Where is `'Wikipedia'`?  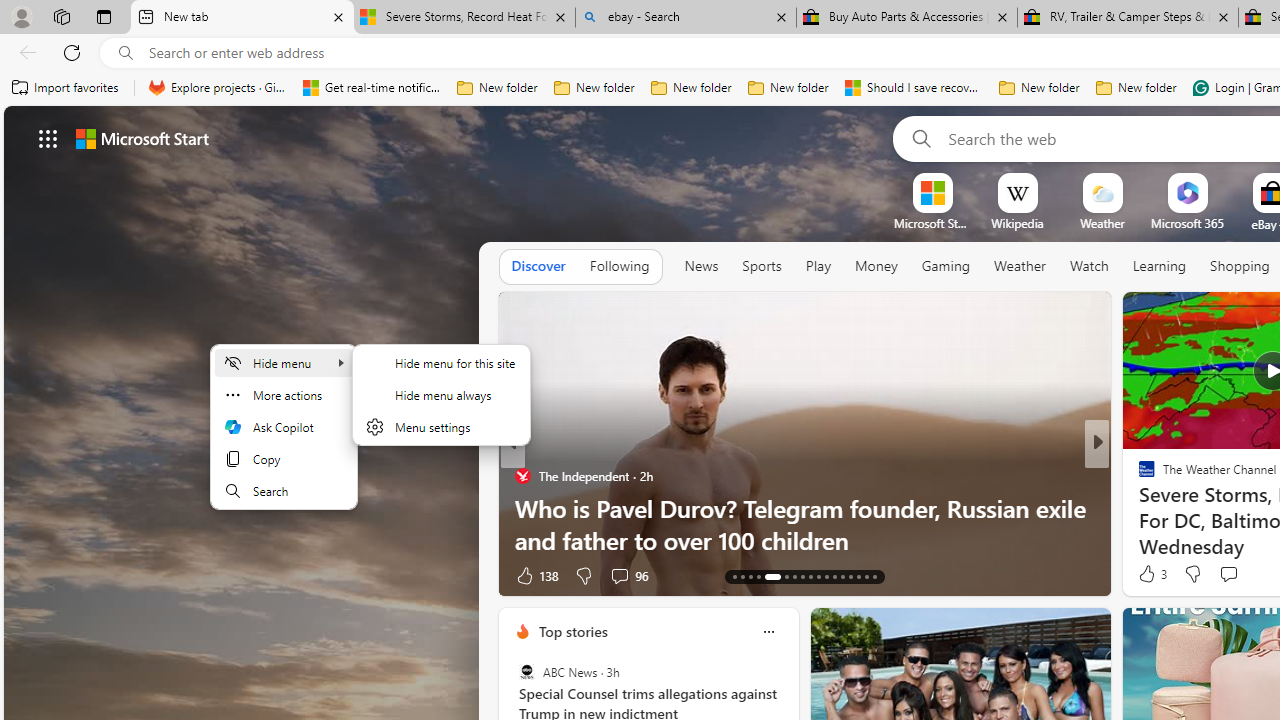 'Wikipedia' is located at coordinates (1017, 223).